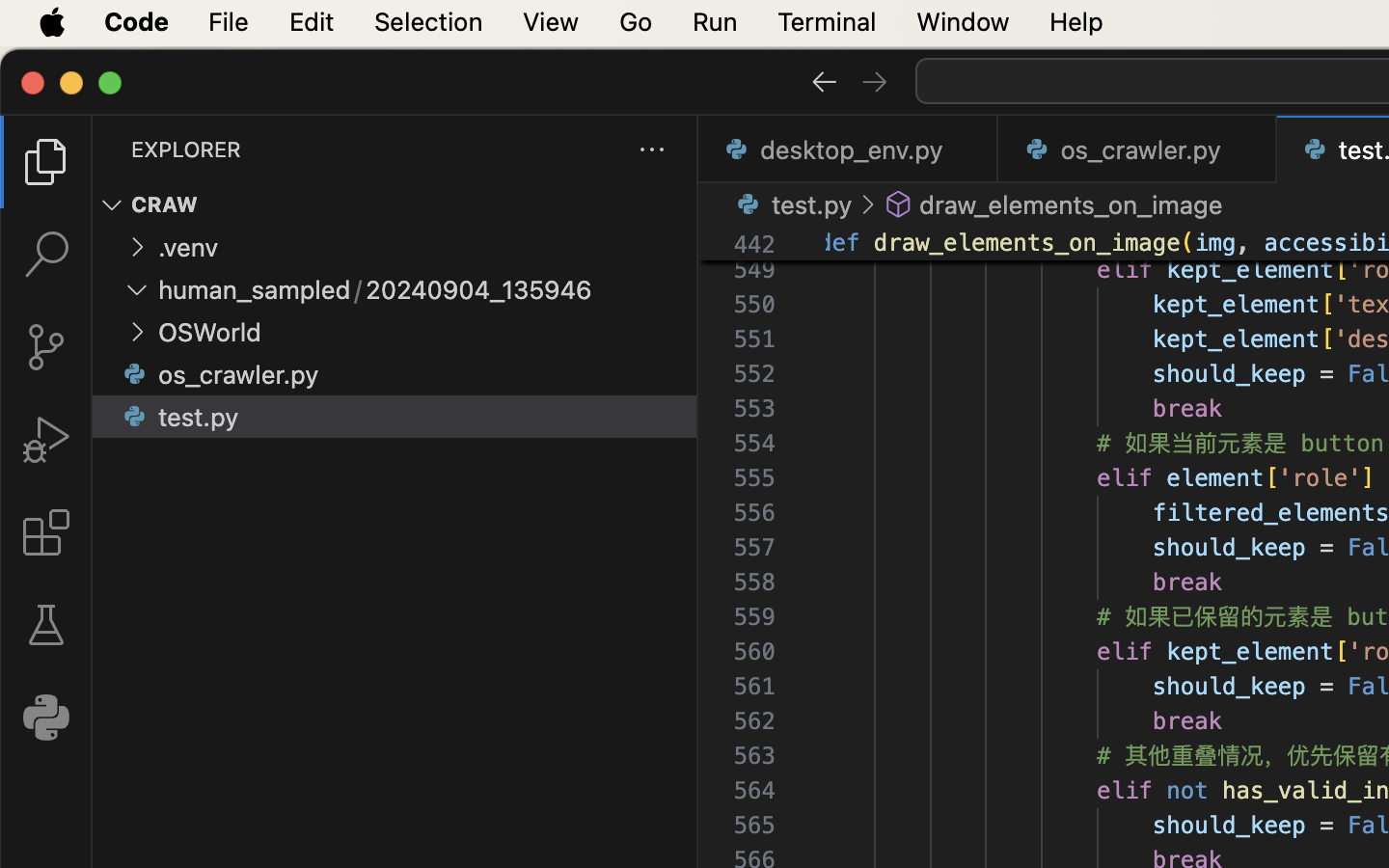 The height and width of the screenshot is (868, 1389). What do you see at coordinates (841, 242) in the screenshot?
I see `'def'` at bounding box center [841, 242].